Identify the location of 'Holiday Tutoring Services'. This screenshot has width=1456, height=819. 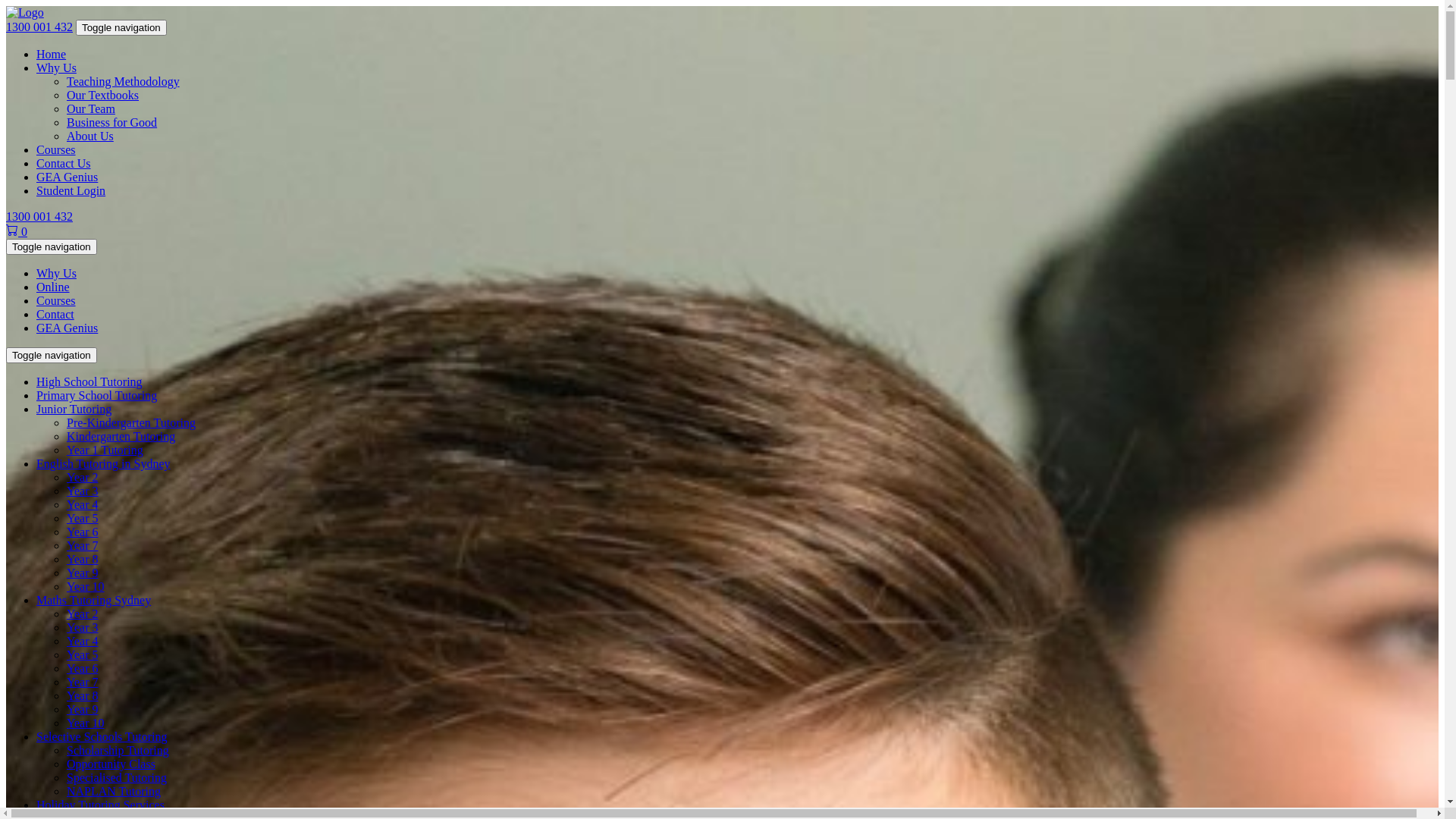
(99, 804).